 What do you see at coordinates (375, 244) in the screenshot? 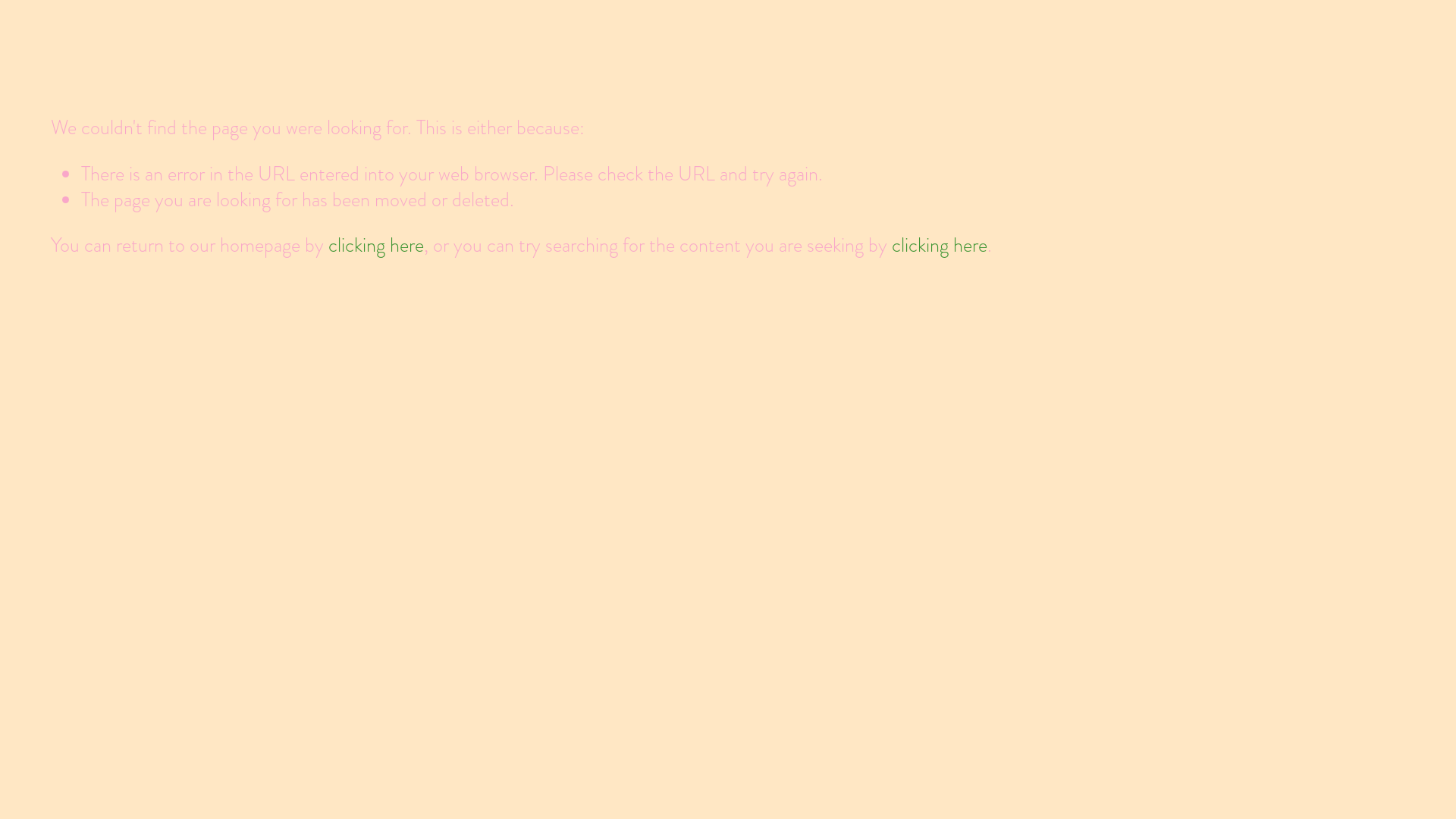
I see `'clicking here'` at bounding box center [375, 244].